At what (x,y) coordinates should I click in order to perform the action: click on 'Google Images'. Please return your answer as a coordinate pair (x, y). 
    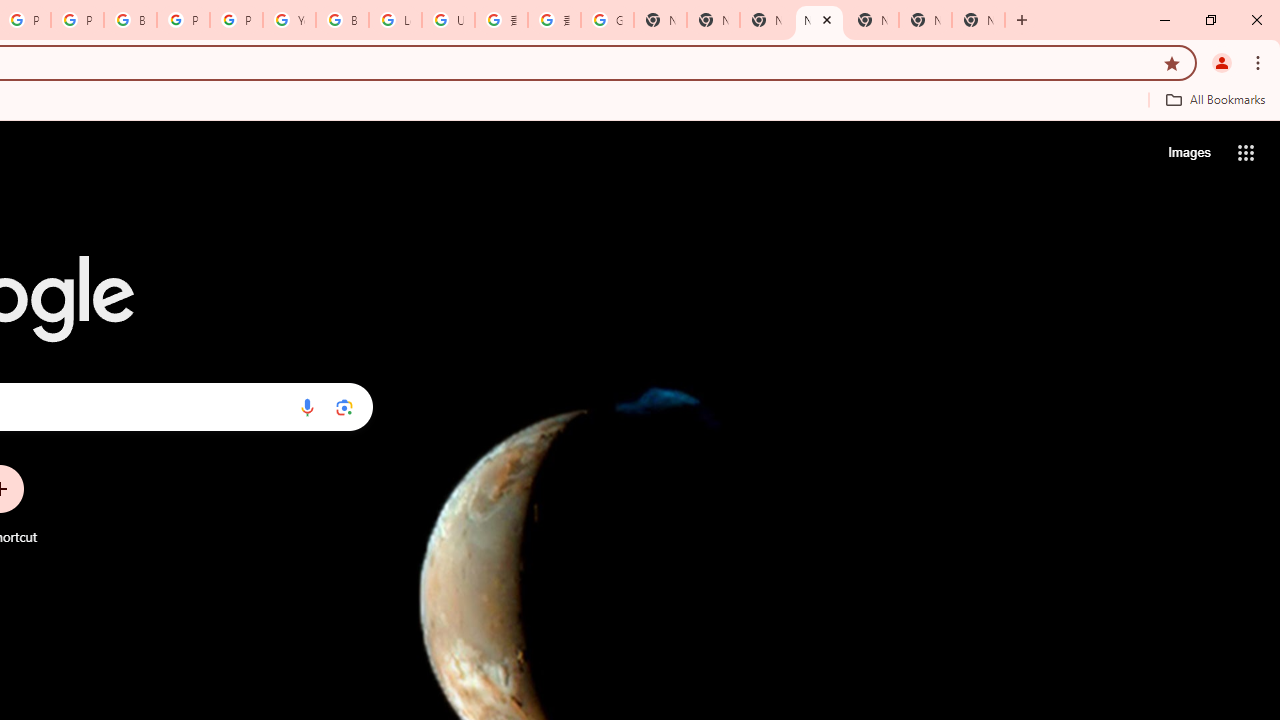
    Looking at the image, I should click on (606, 20).